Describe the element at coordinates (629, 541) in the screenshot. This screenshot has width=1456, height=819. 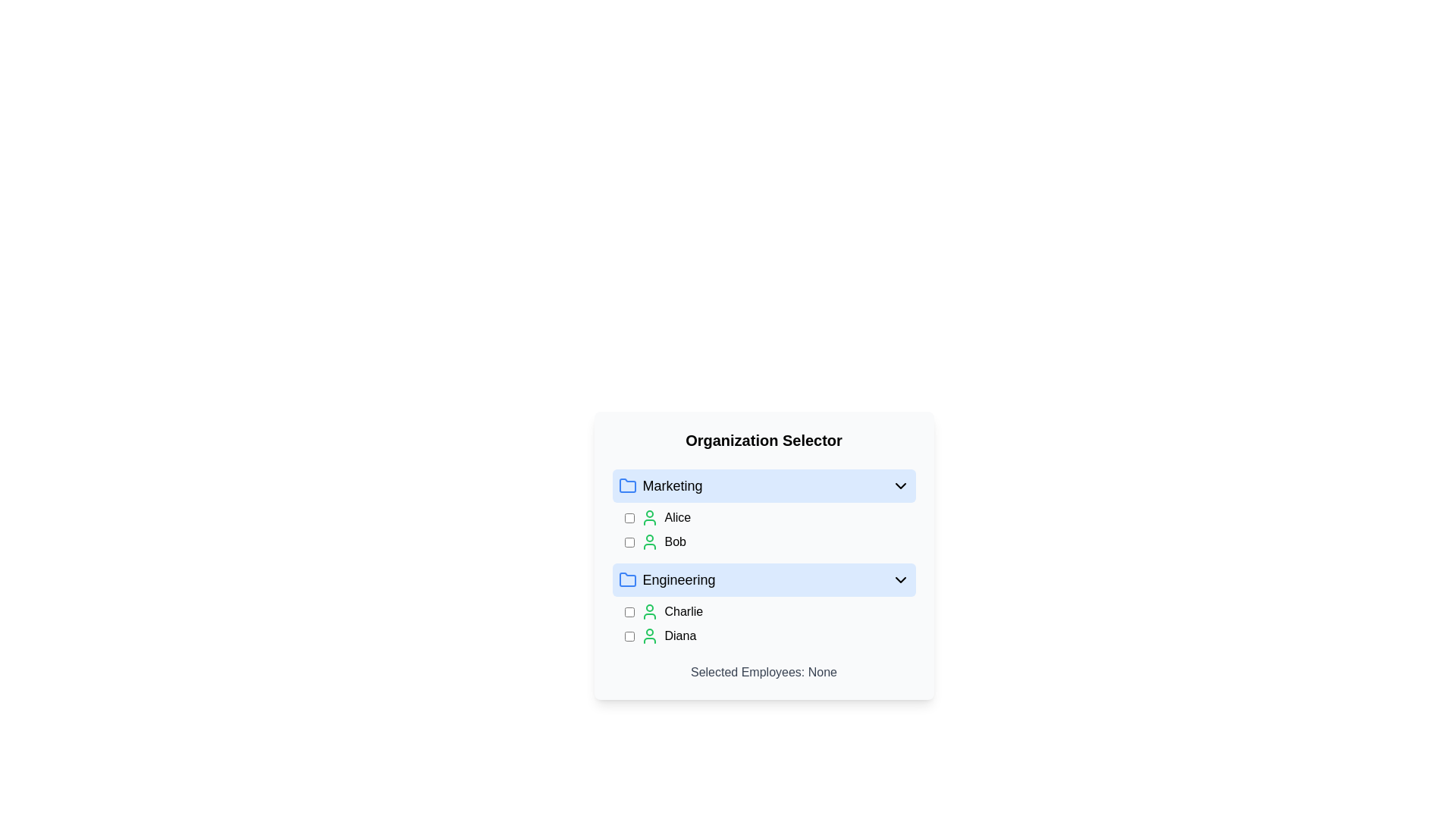
I see `the checkbox for 'Bob'` at that location.